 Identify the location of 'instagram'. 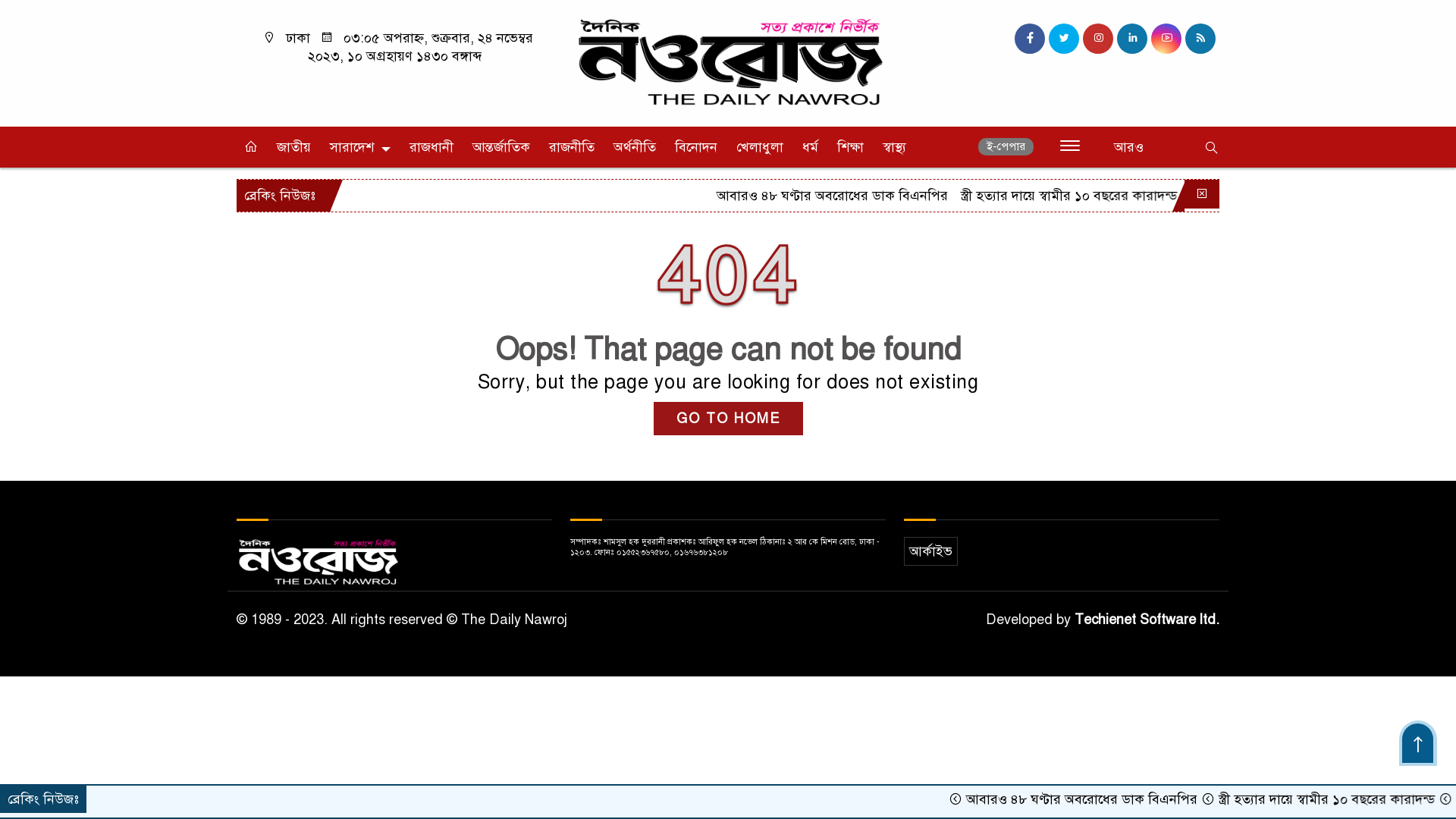
(1098, 37).